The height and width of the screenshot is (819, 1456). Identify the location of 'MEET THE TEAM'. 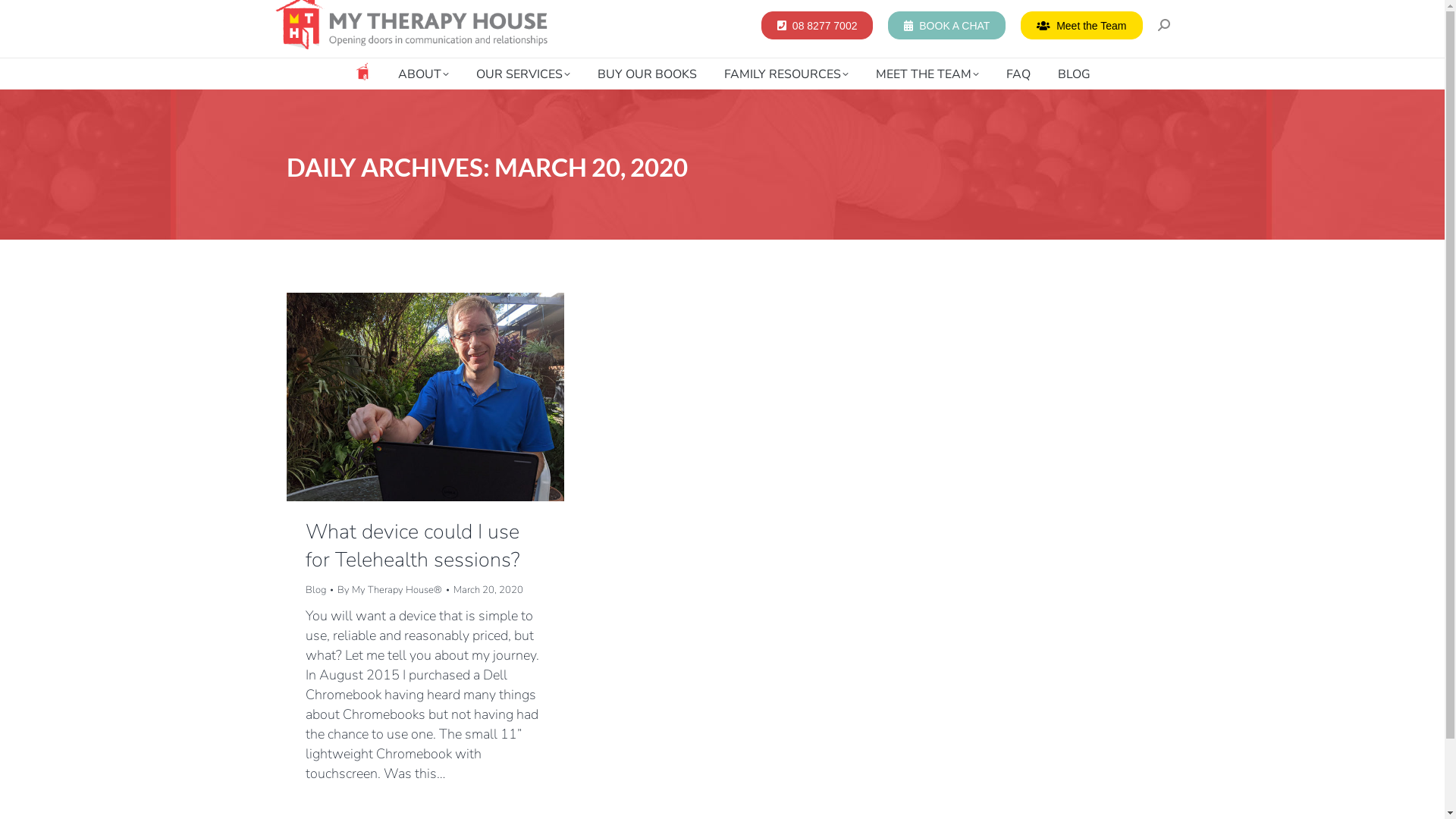
(926, 74).